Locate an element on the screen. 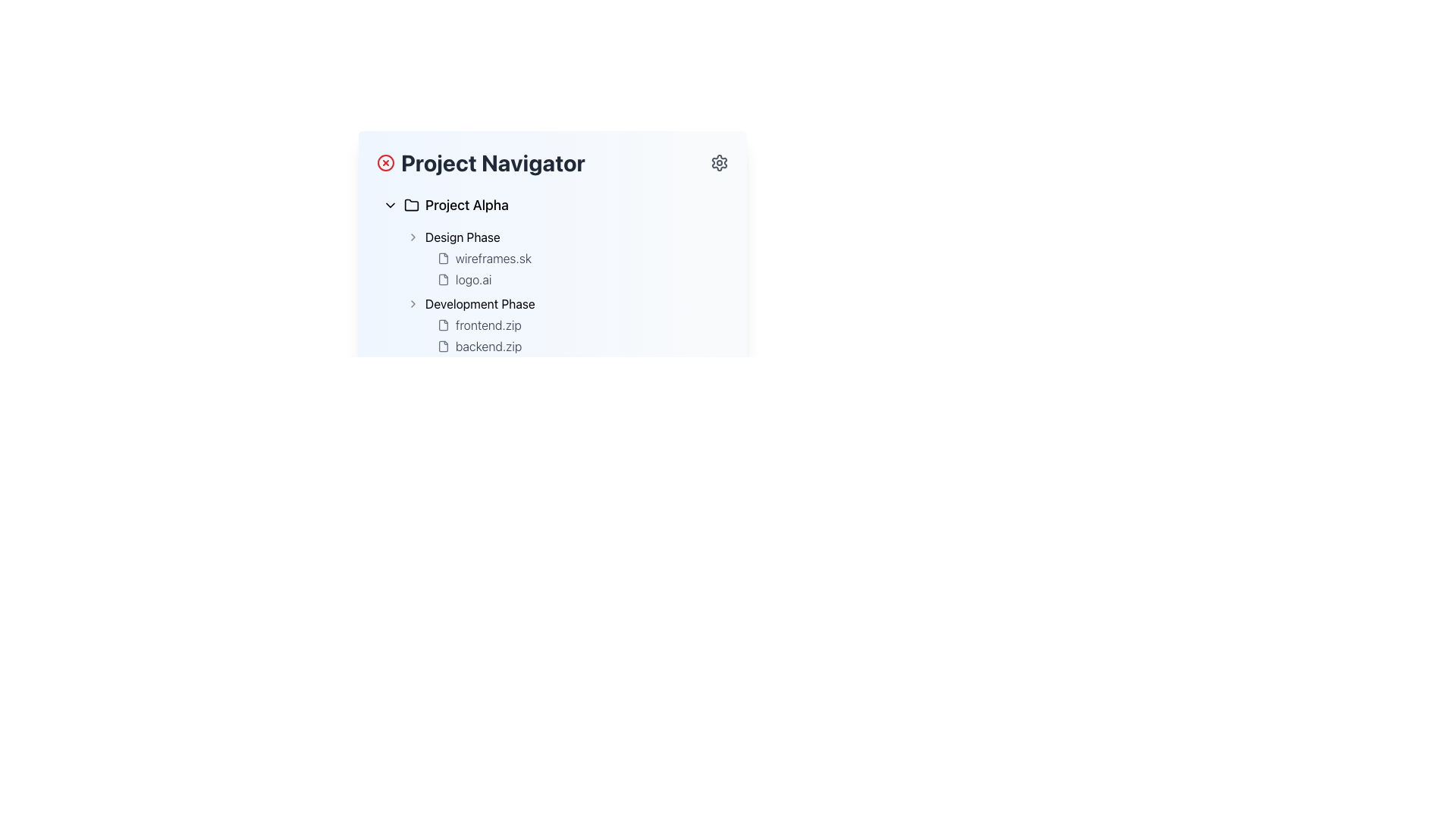  the file entry labeled 'frontend.zip' under the 'Development Phase' section is located at coordinates (579, 324).